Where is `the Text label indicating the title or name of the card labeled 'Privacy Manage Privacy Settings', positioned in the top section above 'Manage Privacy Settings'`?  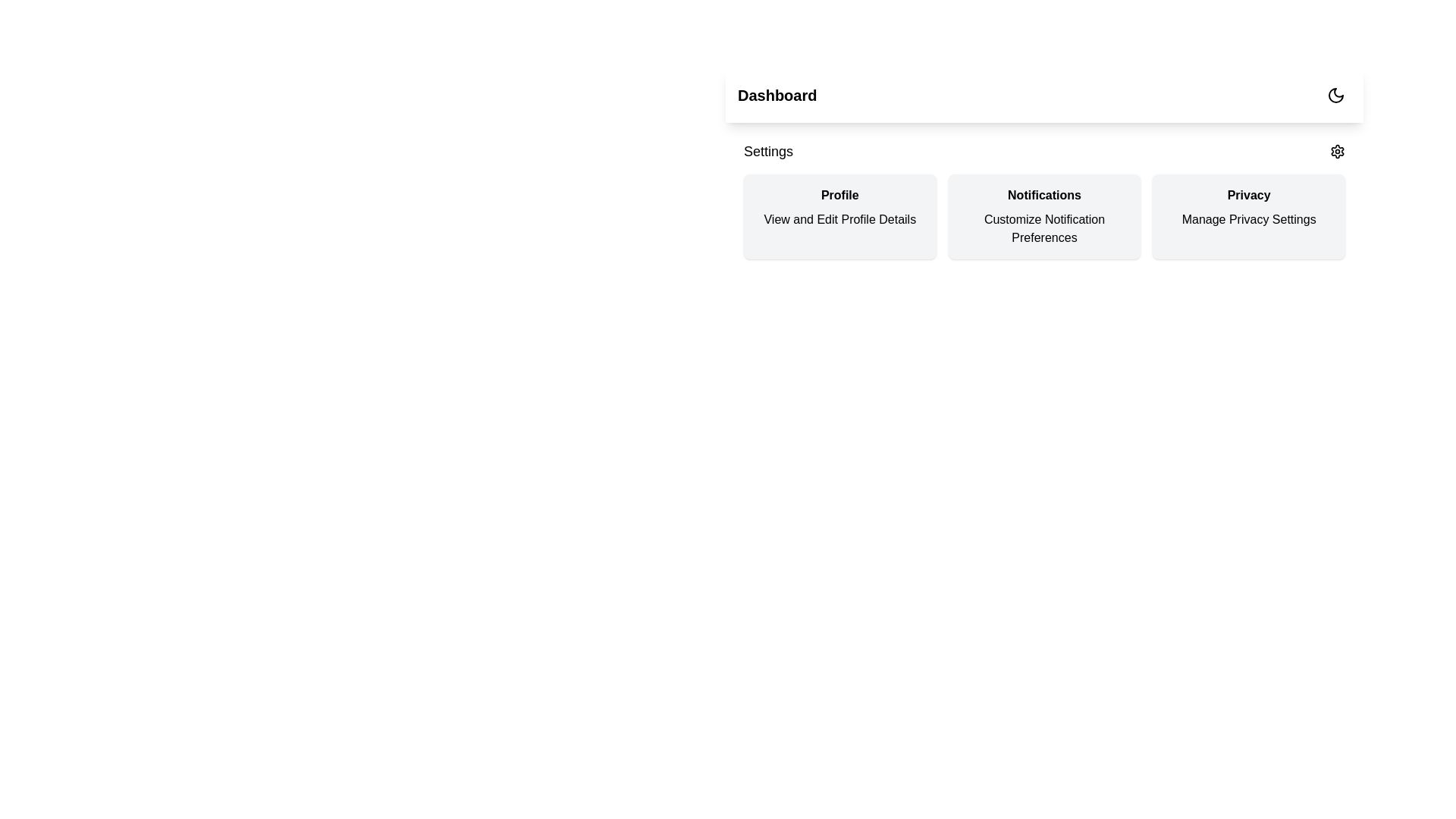 the Text label indicating the title or name of the card labeled 'Privacy Manage Privacy Settings', positioned in the top section above 'Manage Privacy Settings' is located at coordinates (1249, 195).